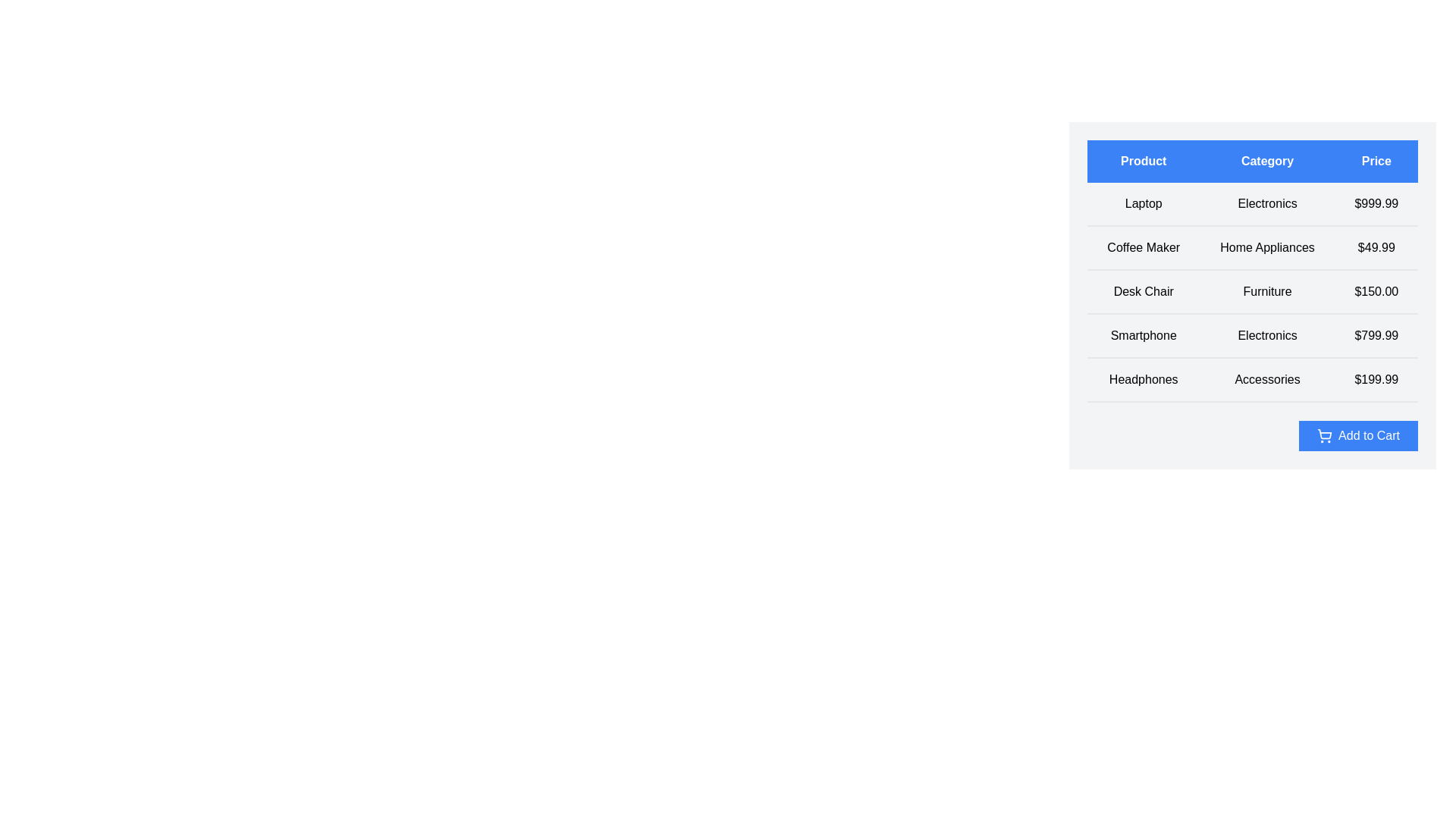  I want to click on the third row of the table containing the cells 'Desk Chair', 'Furniture', and '$150.00', so click(1252, 292).